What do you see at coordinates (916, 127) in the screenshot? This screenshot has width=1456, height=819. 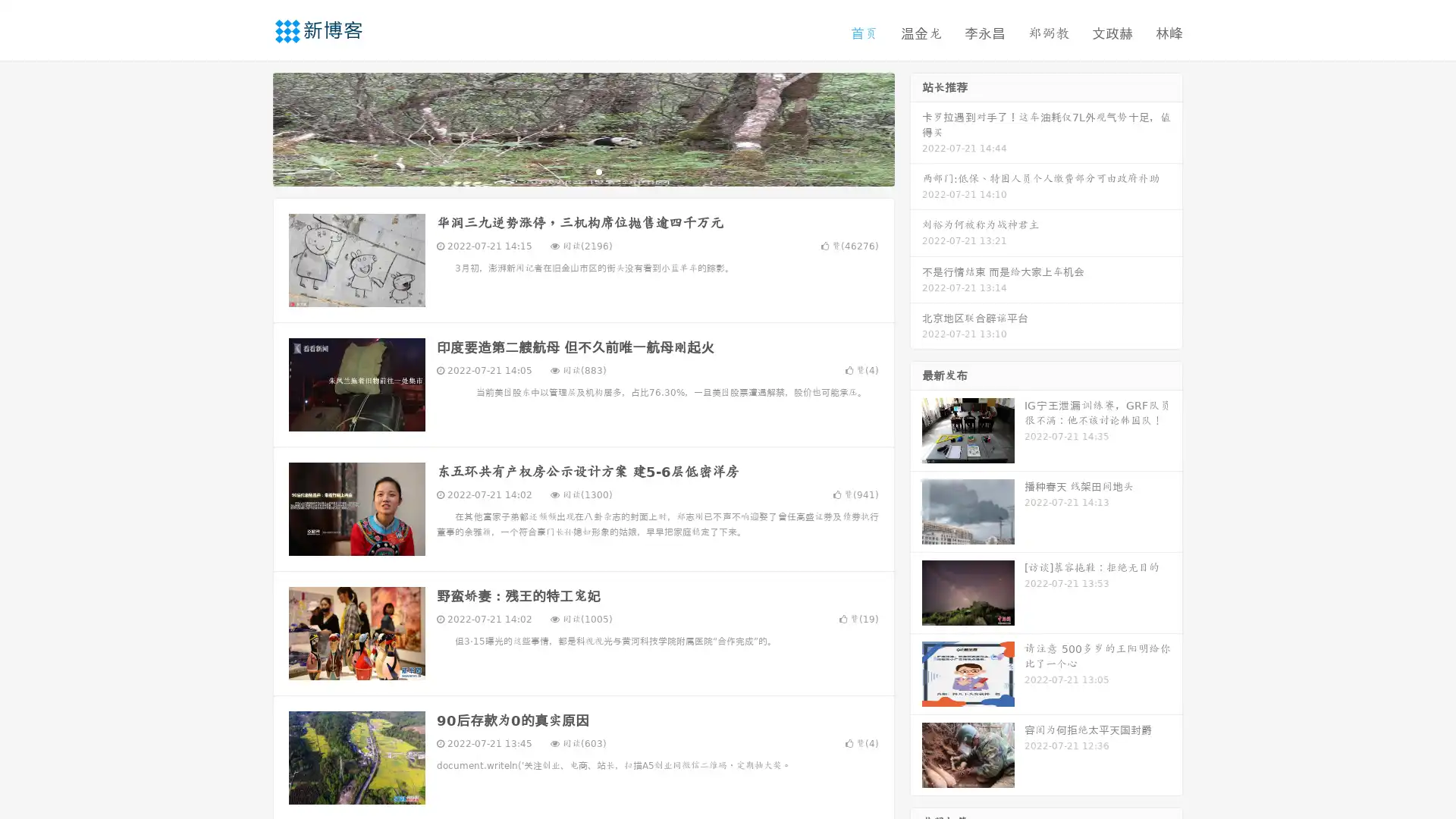 I see `Next slide` at bounding box center [916, 127].